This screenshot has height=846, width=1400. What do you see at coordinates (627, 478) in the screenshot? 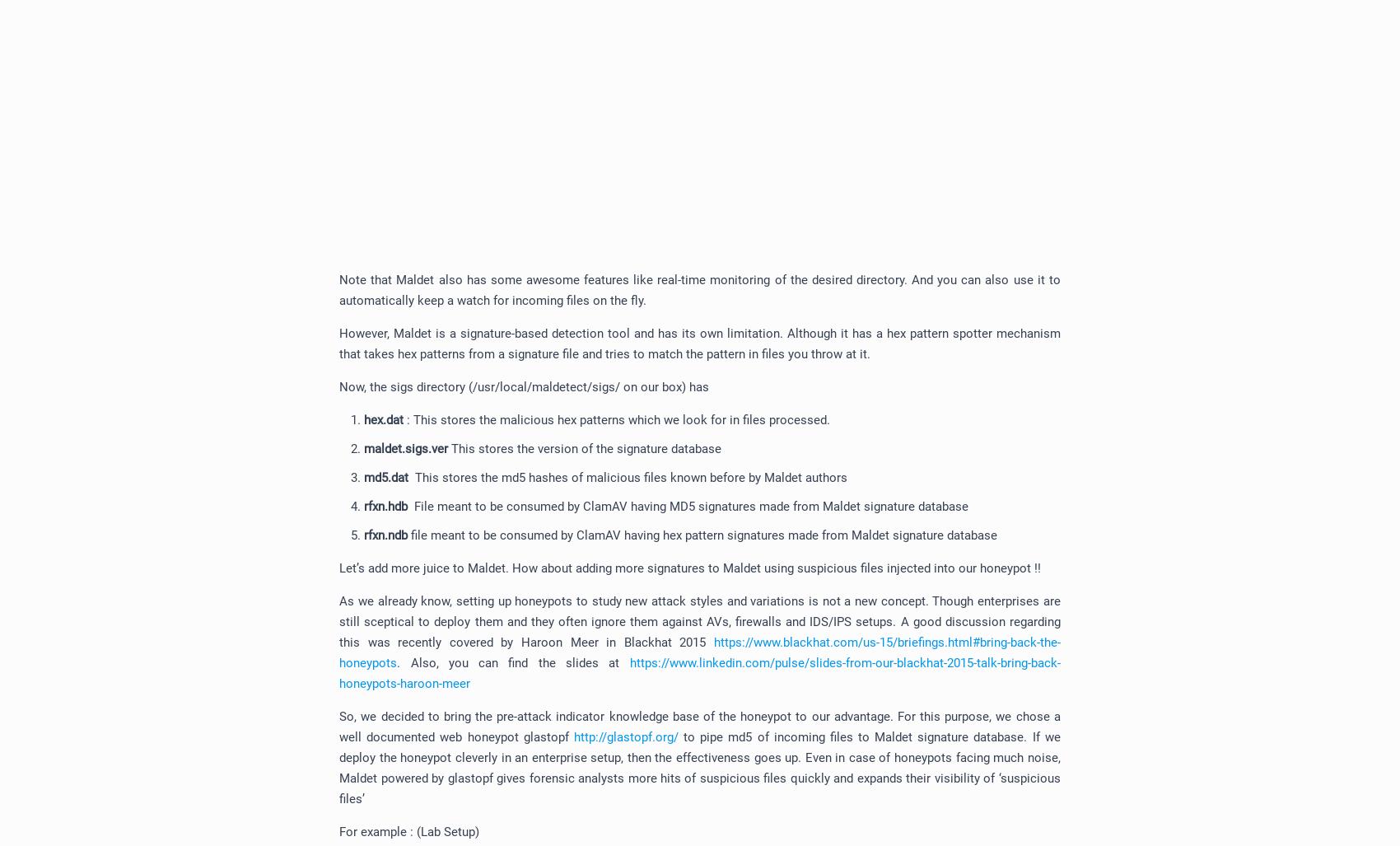
I see `'This stores the md5 hashes of malicious files known before by Maldet authors'` at bounding box center [627, 478].